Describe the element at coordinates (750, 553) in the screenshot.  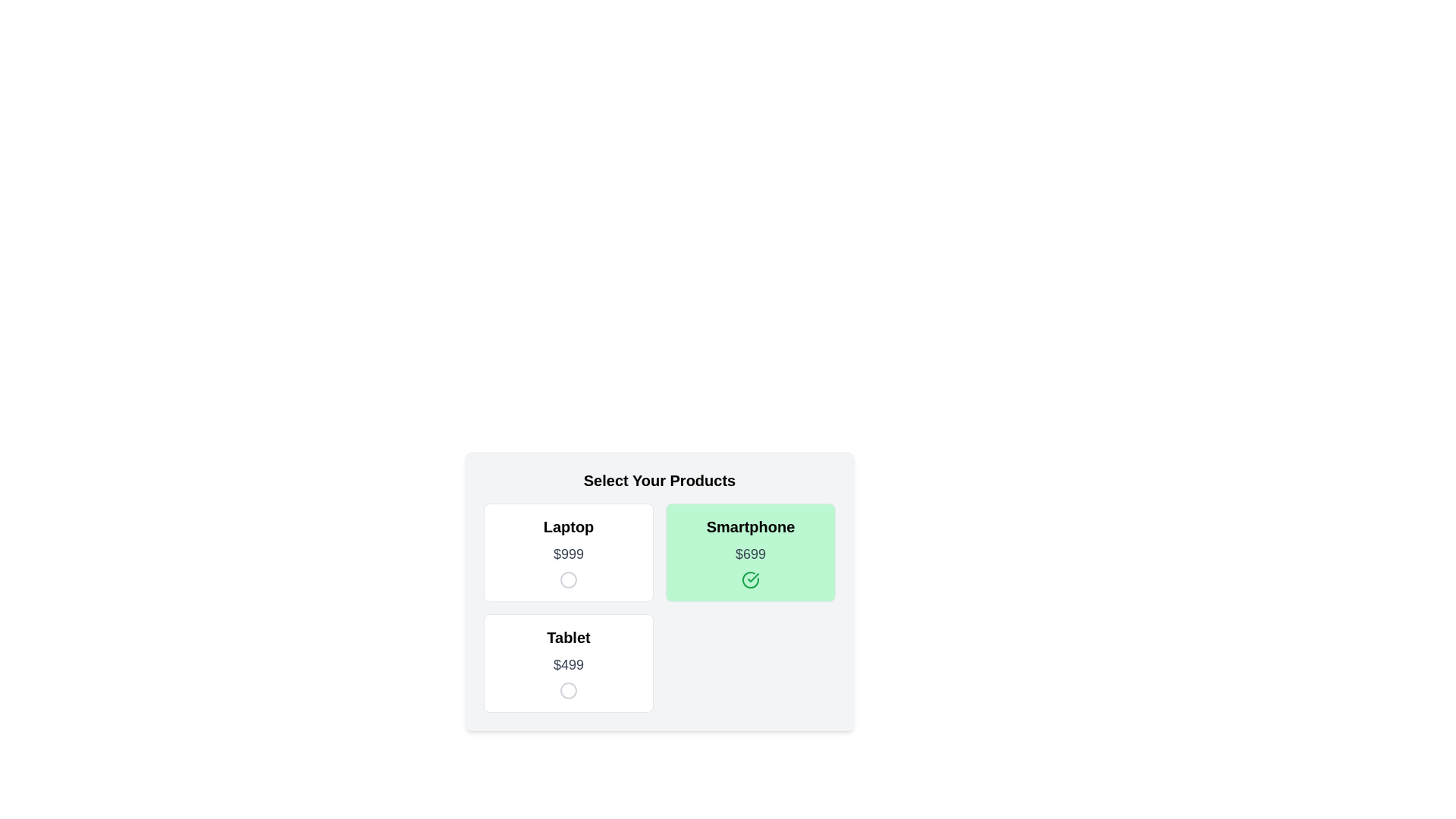
I see `the product card for Smartphone` at that location.